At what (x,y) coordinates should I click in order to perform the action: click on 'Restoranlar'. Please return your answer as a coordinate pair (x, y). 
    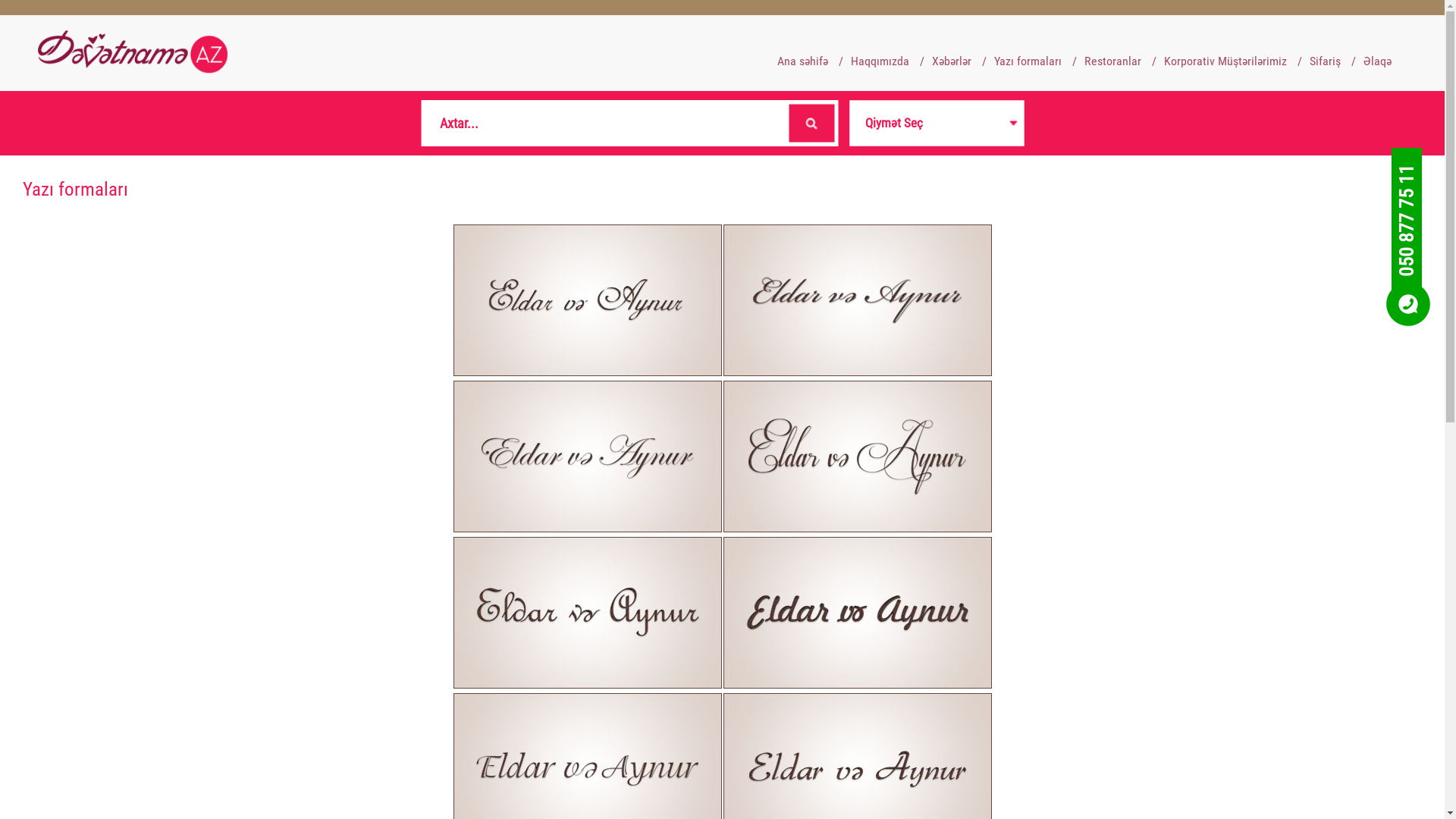
    Looking at the image, I should click on (1112, 59).